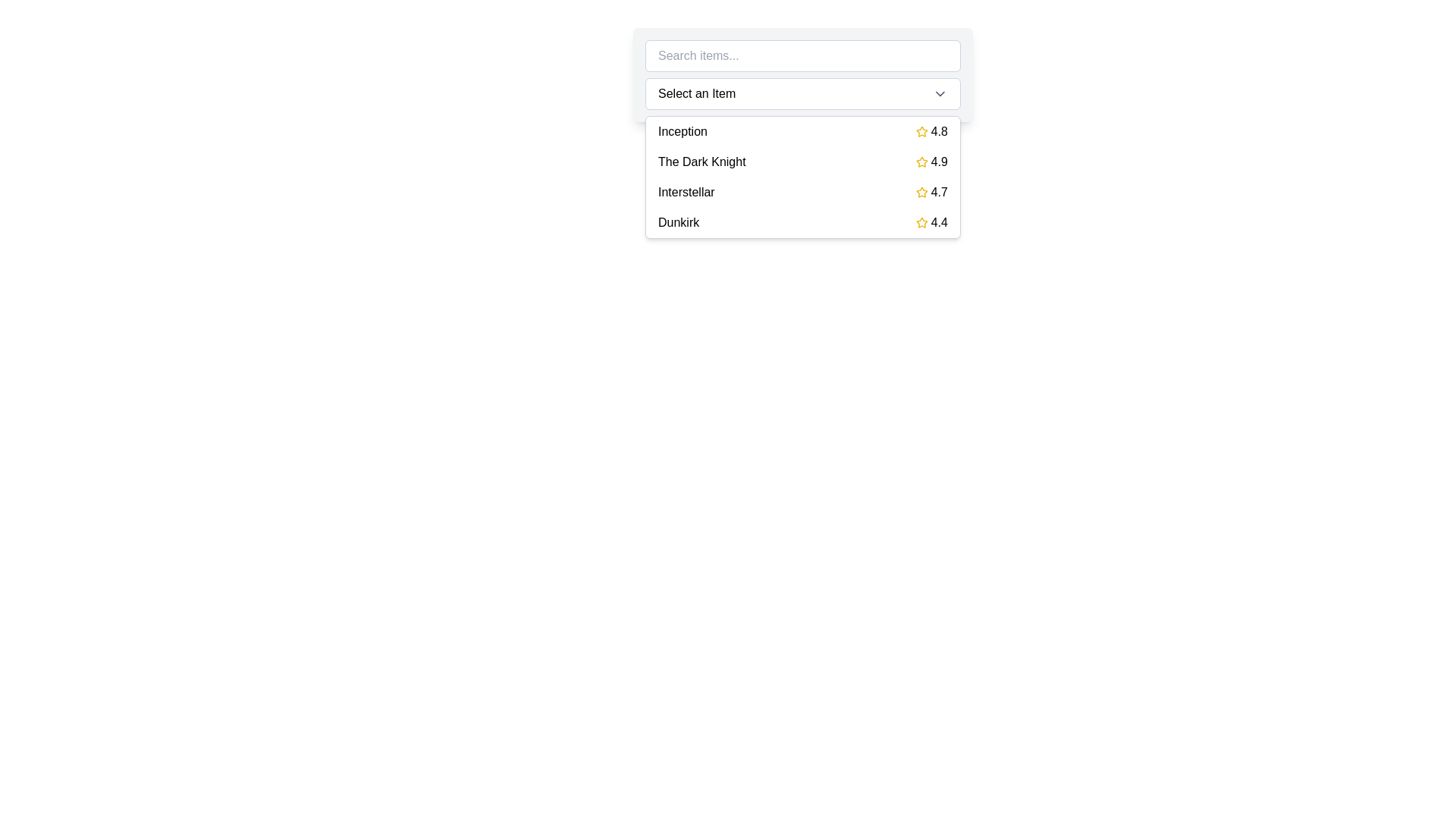 The width and height of the screenshot is (1456, 819). What do you see at coordinates (921, 162) in the screenshot?
I see `the star icon` at bounding box center [921, 162].